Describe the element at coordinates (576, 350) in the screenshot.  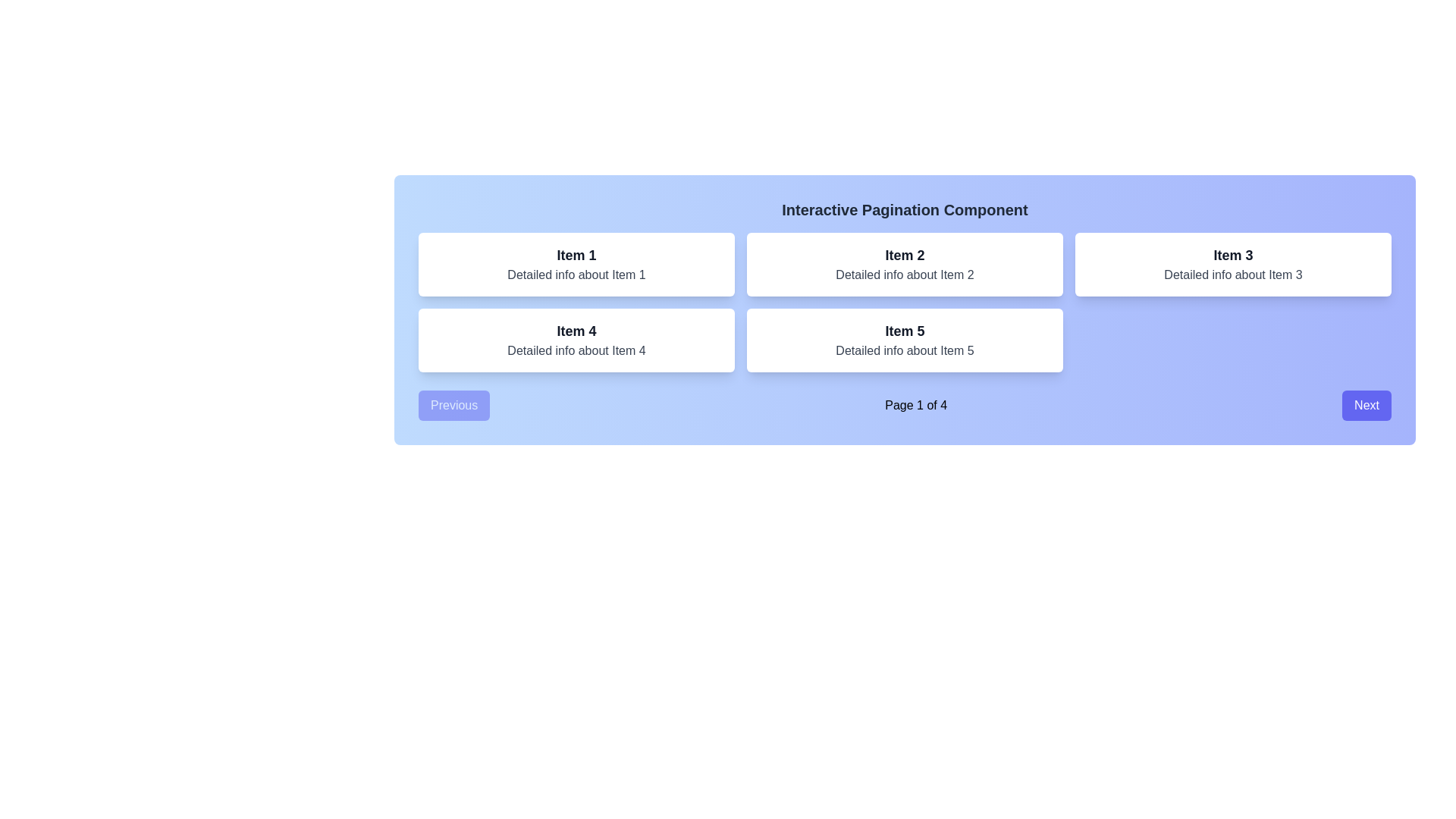
I see `the text label element styled in muted gray that reads 'Detailed info about Item 4', located below the heading 'Item 4' in a white card` at that location.